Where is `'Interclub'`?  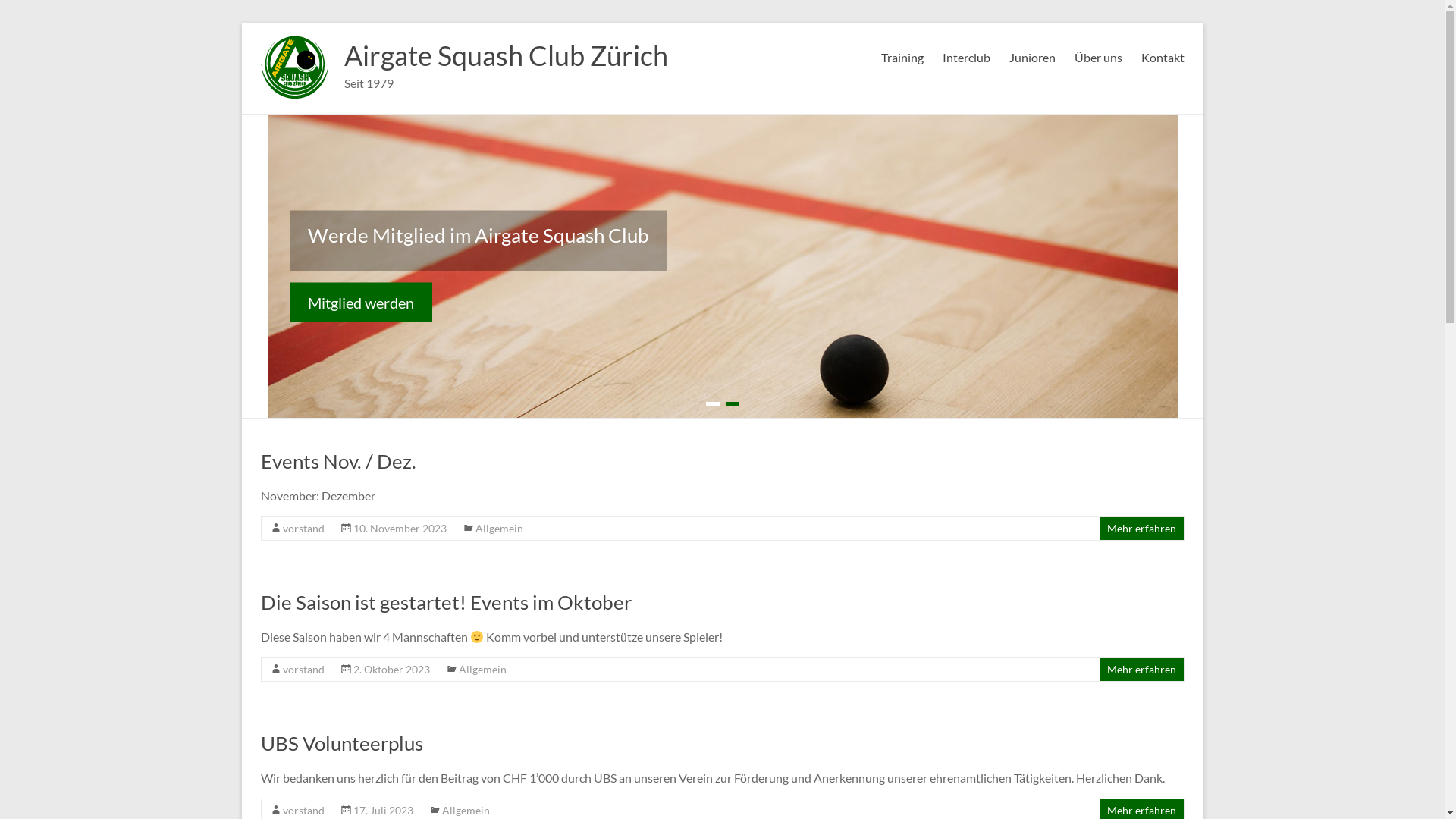
'Interclub' is located at coordinates (941, 55).